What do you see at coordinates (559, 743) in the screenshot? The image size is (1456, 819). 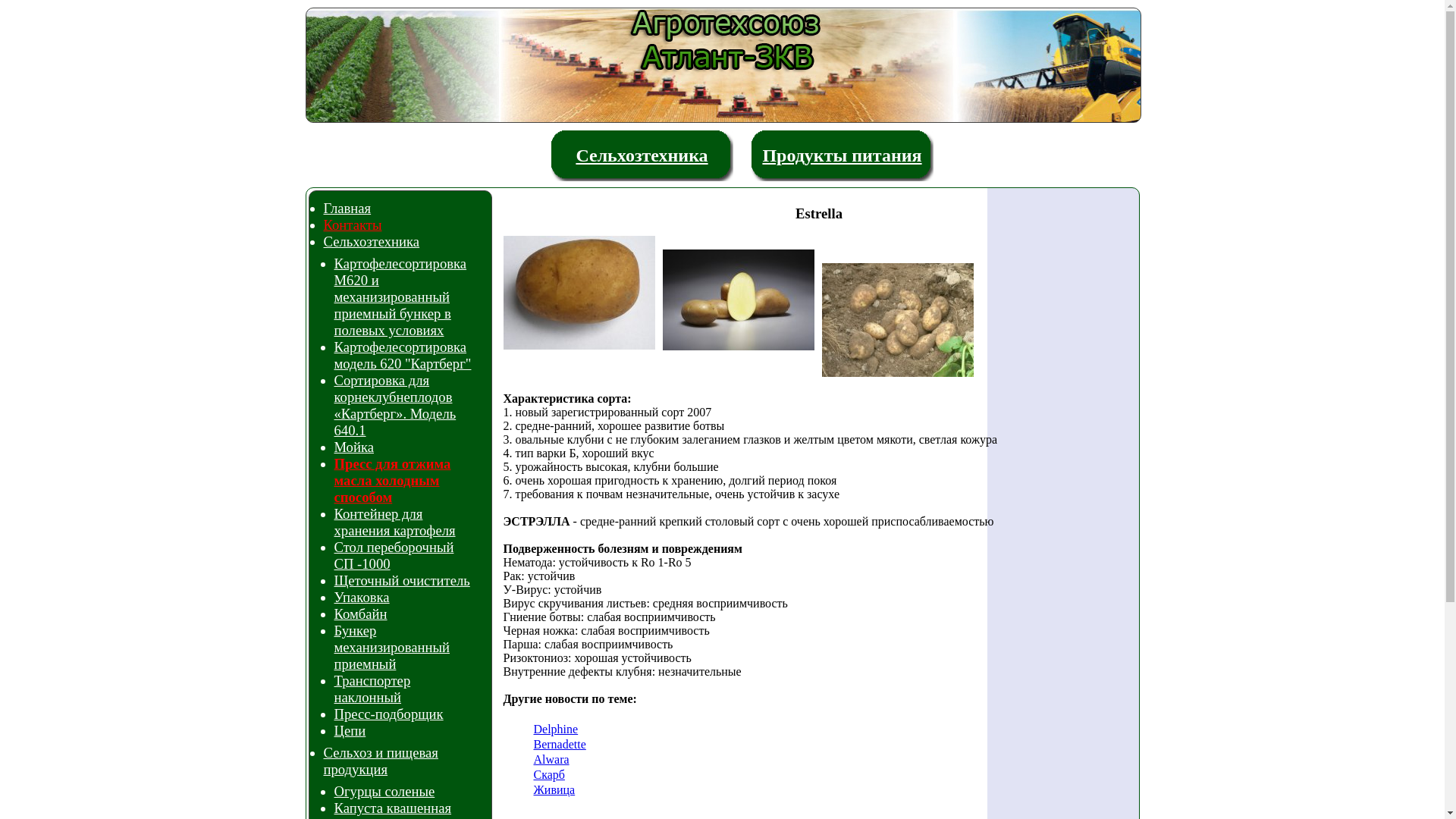 I see `'Bernadette'` at bounding box center [559, 743].